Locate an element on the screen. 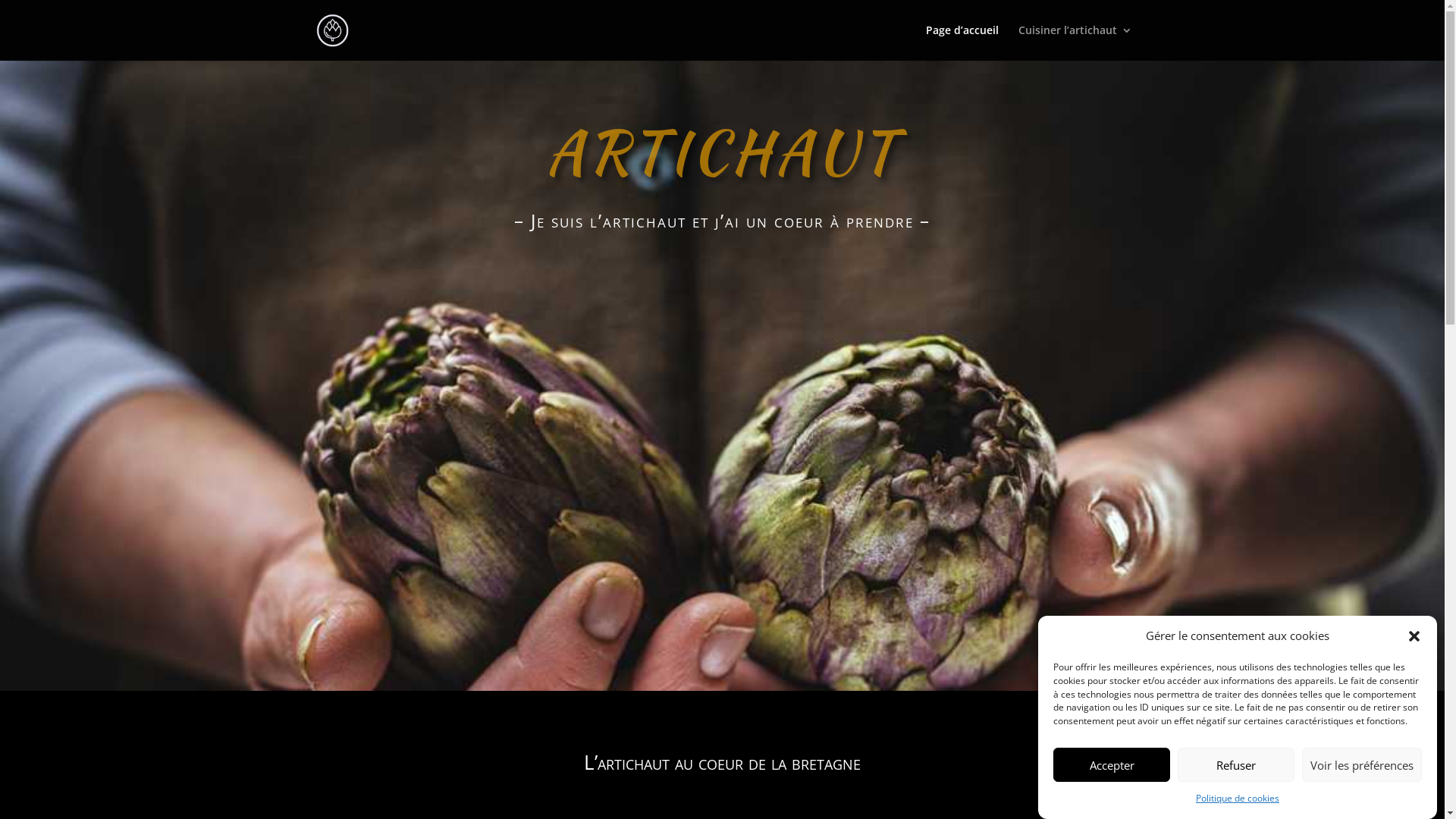 The width and height of the screenshot is (1456, 819). 'Politique de cookies' is located at coordinates (1238, 798).